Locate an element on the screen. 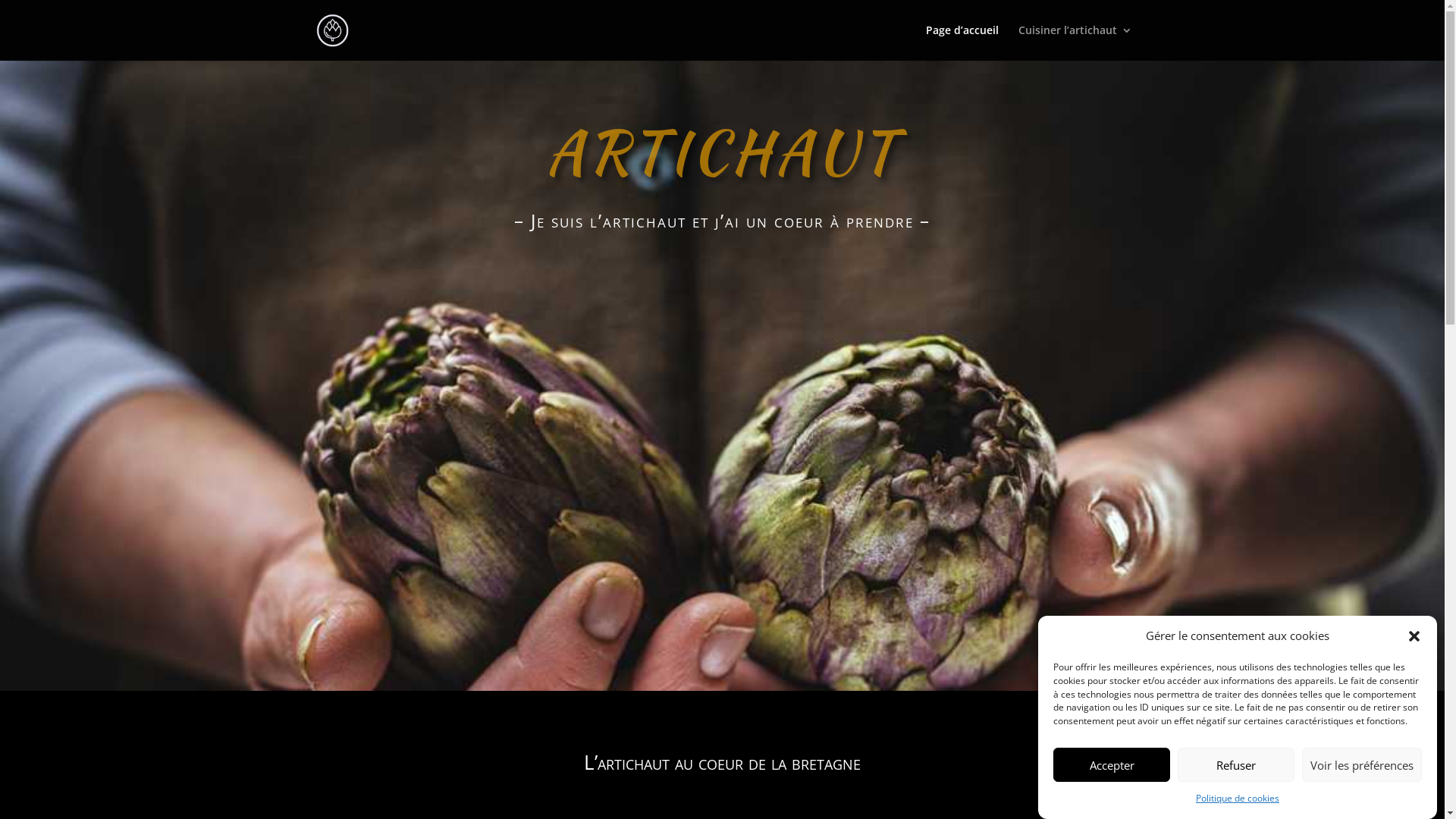 The width and height of the screenshot is (1456, 819). 'Politique de cookies' is located at coordinates (1238, 798).